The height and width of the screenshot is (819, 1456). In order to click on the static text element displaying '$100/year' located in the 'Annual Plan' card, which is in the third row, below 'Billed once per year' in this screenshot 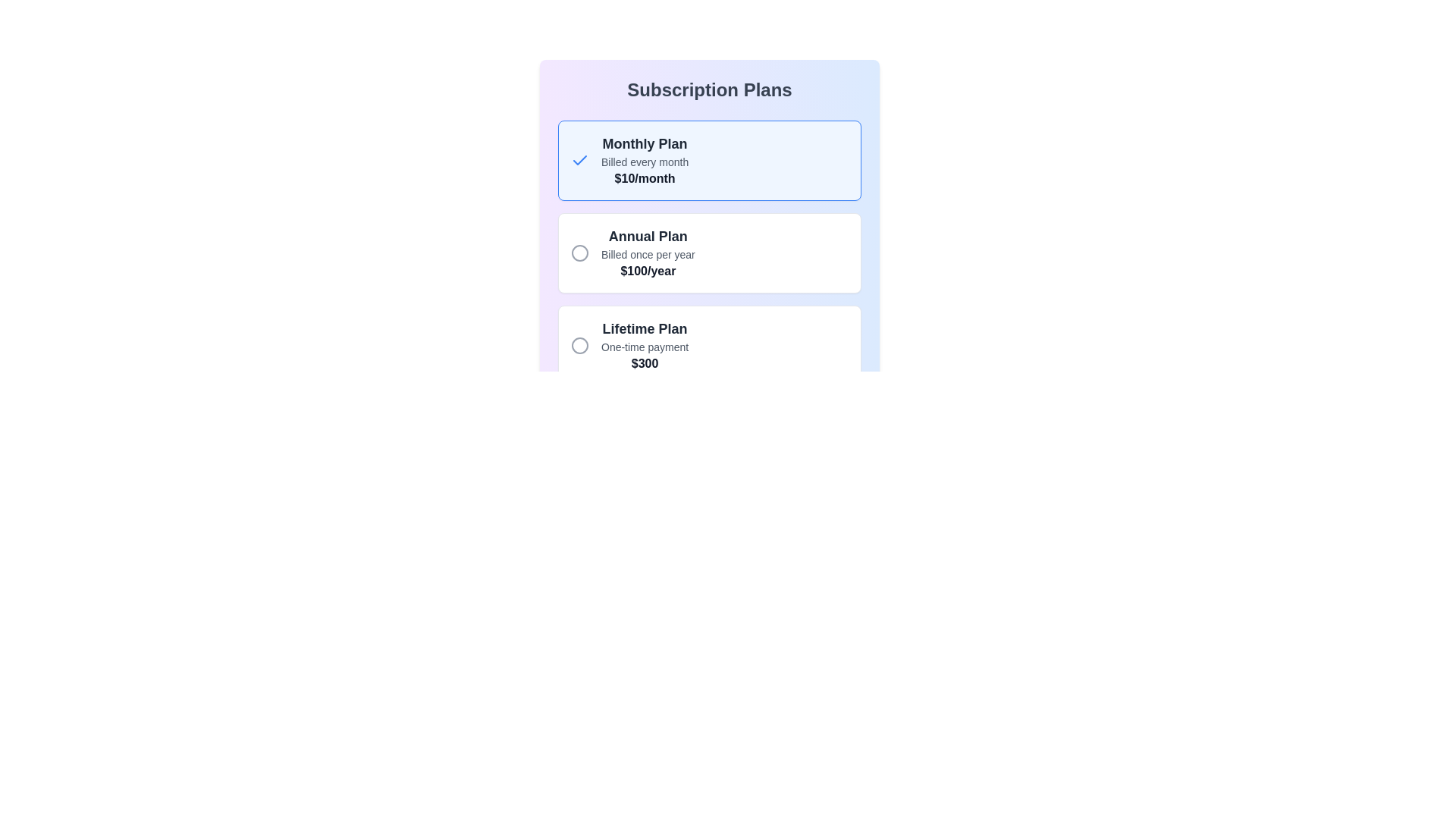, I will do `click(648, 271)`.